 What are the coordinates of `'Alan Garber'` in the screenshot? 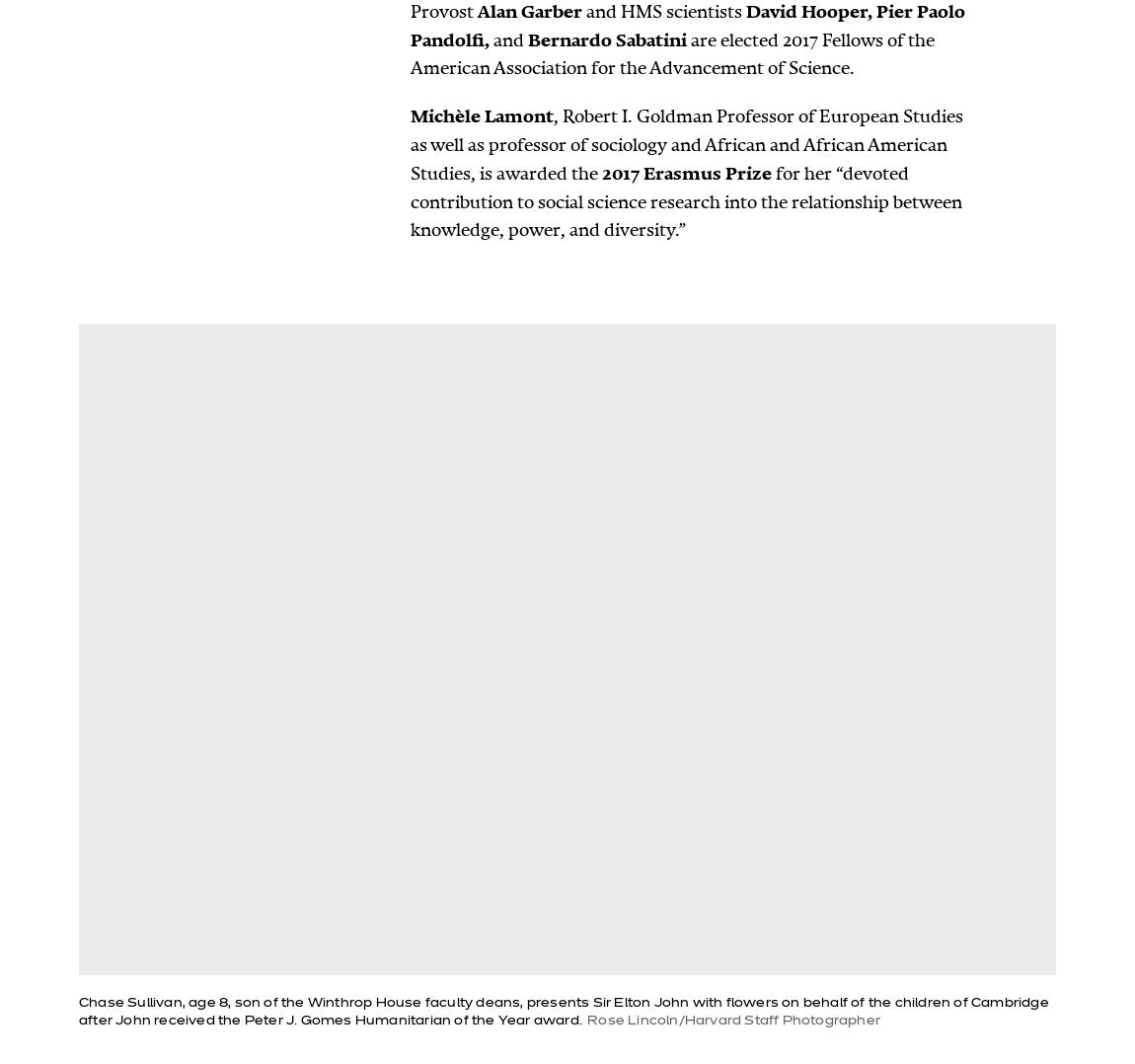 It's located at (530, 9).